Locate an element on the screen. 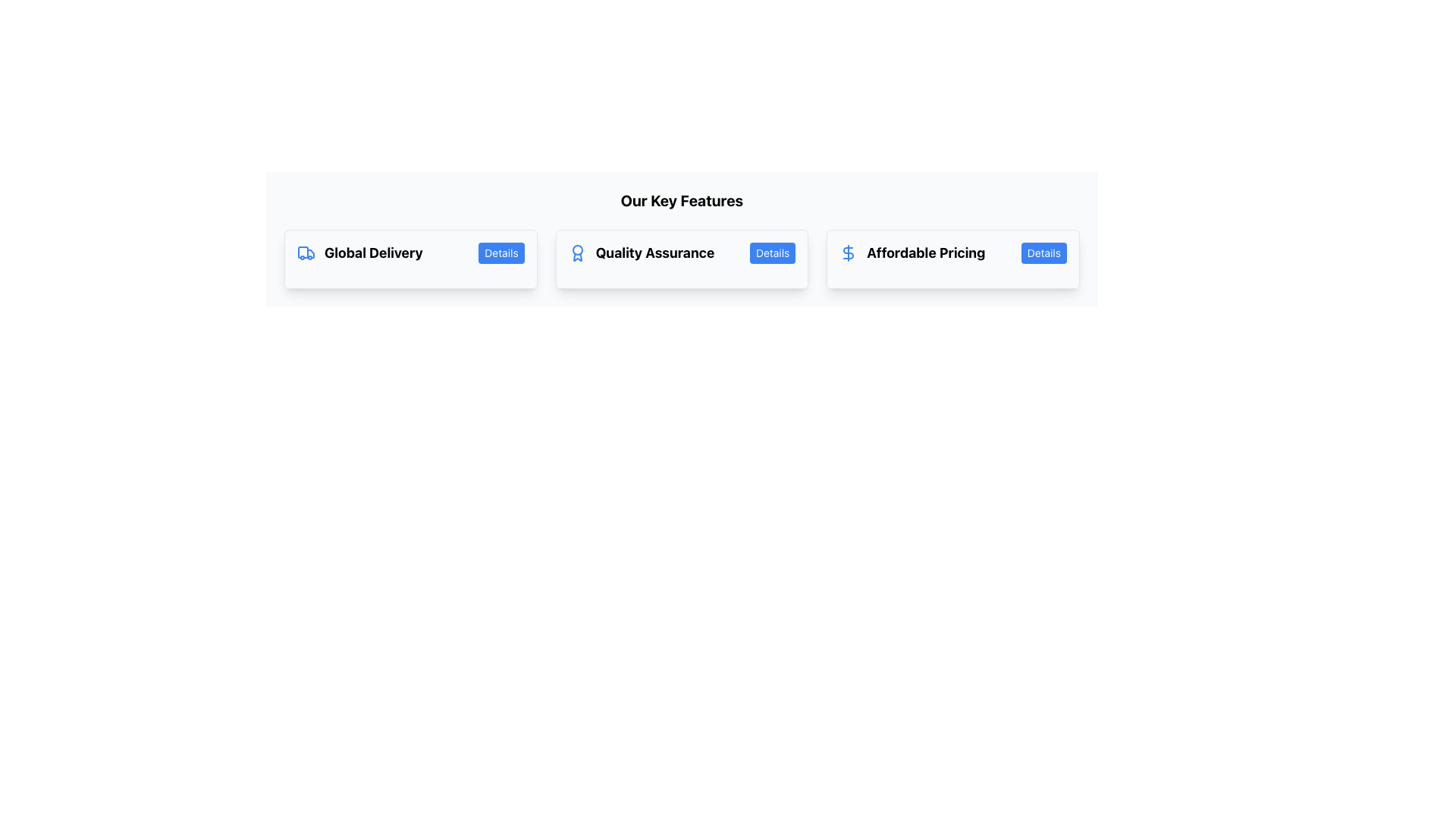  the Feature Highlight Section for 'Quality Assurance' is located at coordinates (681, 259).